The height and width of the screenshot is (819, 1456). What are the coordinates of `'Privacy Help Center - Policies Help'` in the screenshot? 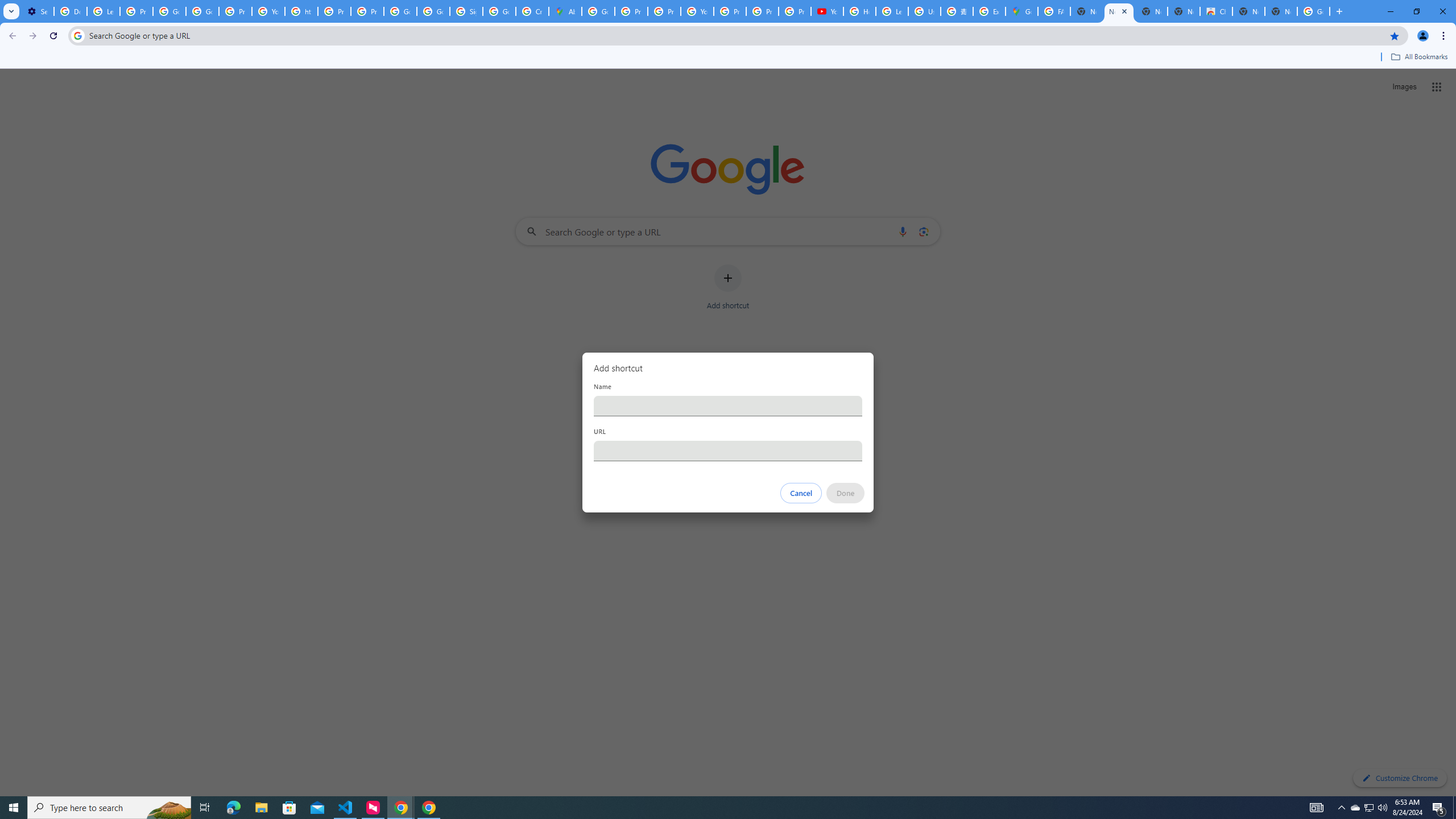 It's located at (663, 11).